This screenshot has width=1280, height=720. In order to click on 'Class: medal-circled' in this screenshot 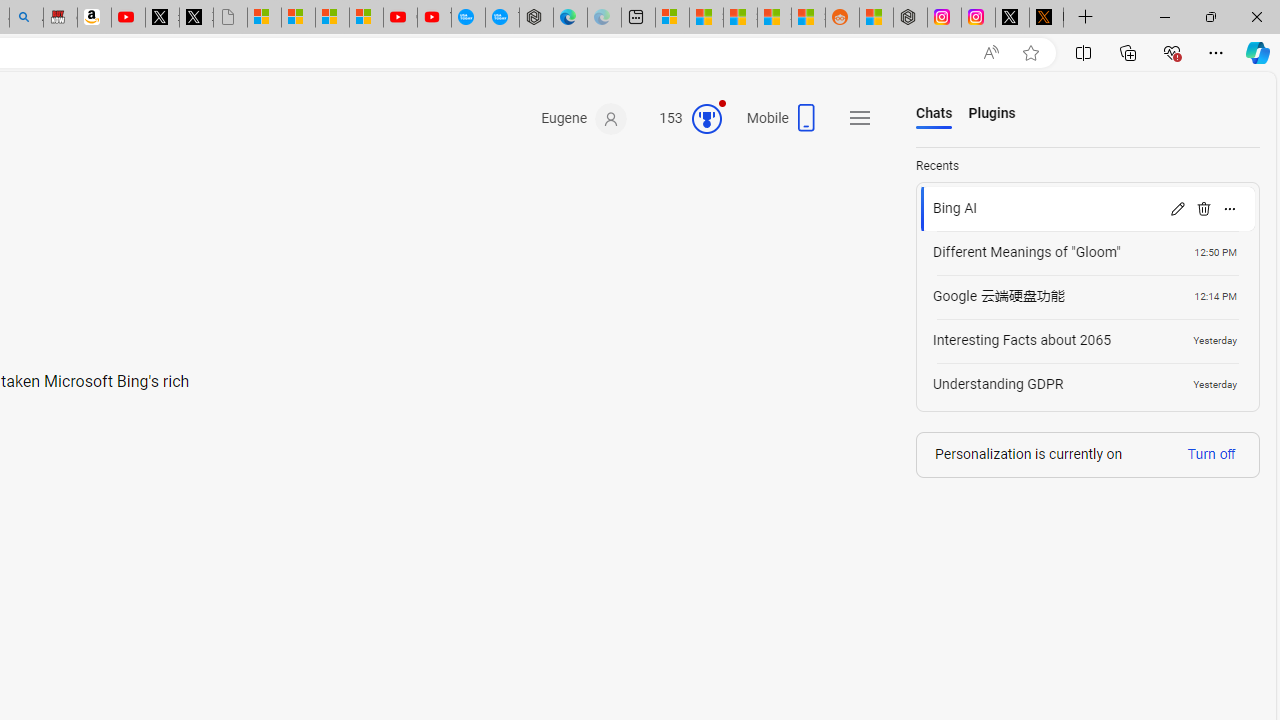, I will do `click(706, 119)`.